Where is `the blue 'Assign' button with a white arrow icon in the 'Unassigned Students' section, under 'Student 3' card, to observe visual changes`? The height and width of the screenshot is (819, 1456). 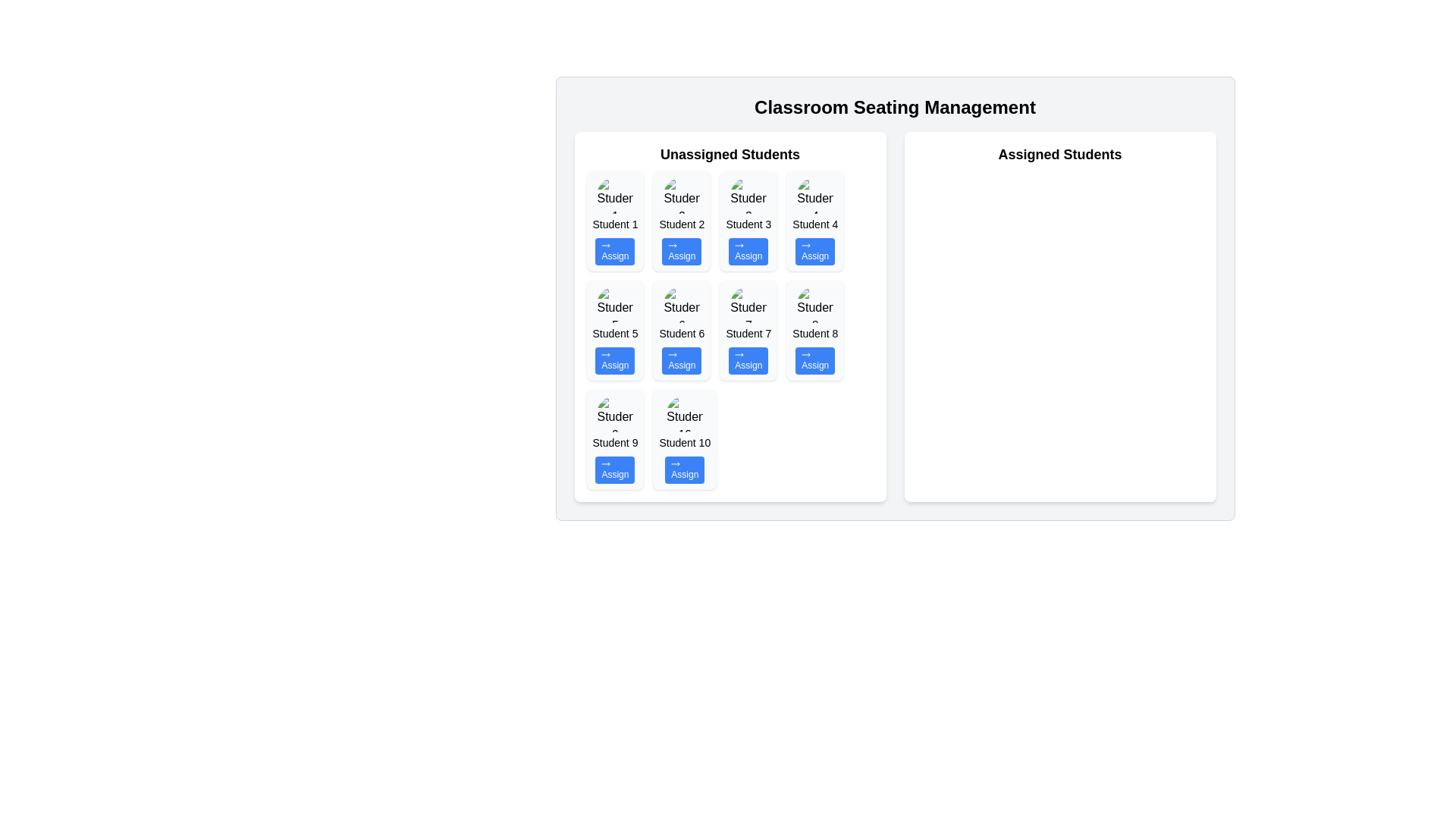
the blue 'Assign' button with a white arrow icon in the 'Unassigned Students' section, under 'Student 3' card, to observe visual changes is located at coordinates (748, 250).